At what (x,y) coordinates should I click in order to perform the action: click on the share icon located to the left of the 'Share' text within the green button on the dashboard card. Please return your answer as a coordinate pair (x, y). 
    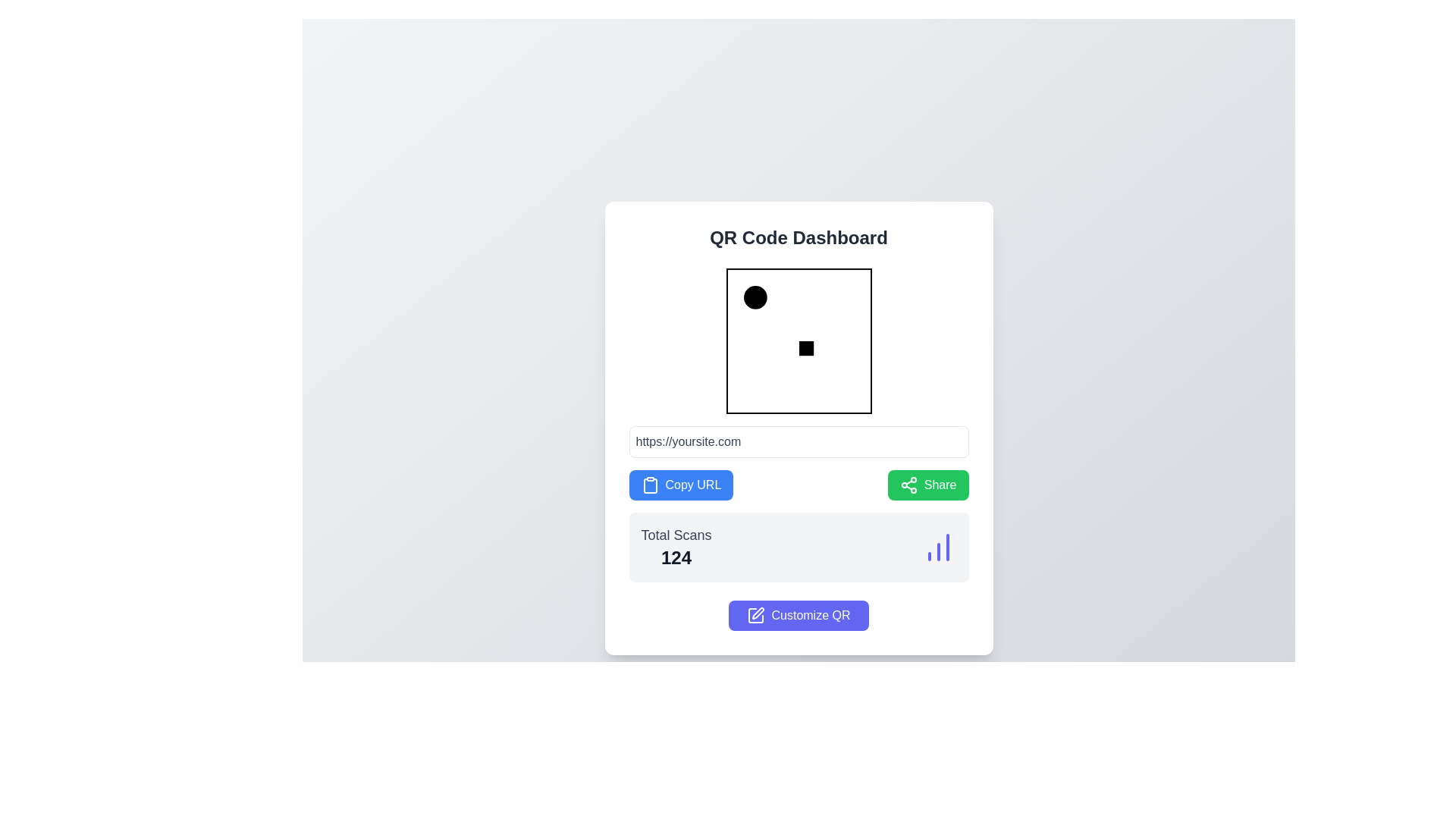
    Looking at the image, I should click on (908, 485).